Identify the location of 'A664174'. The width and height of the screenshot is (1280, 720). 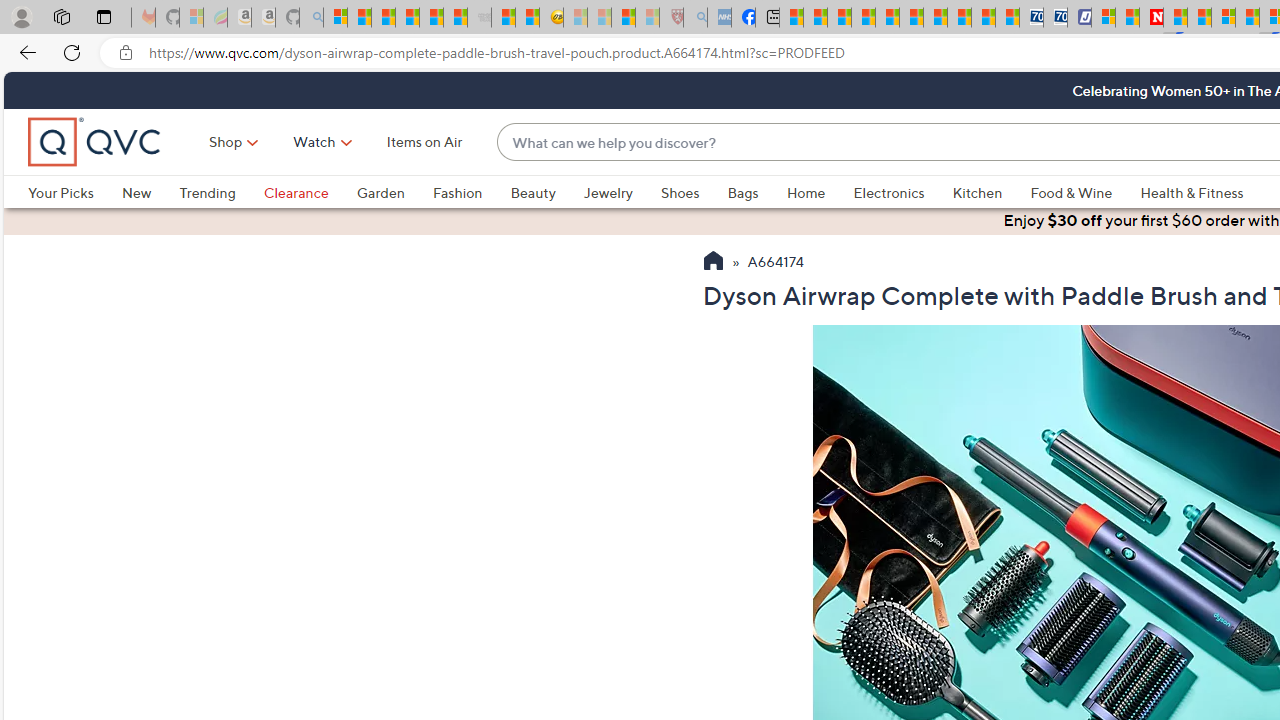
(775, 262).